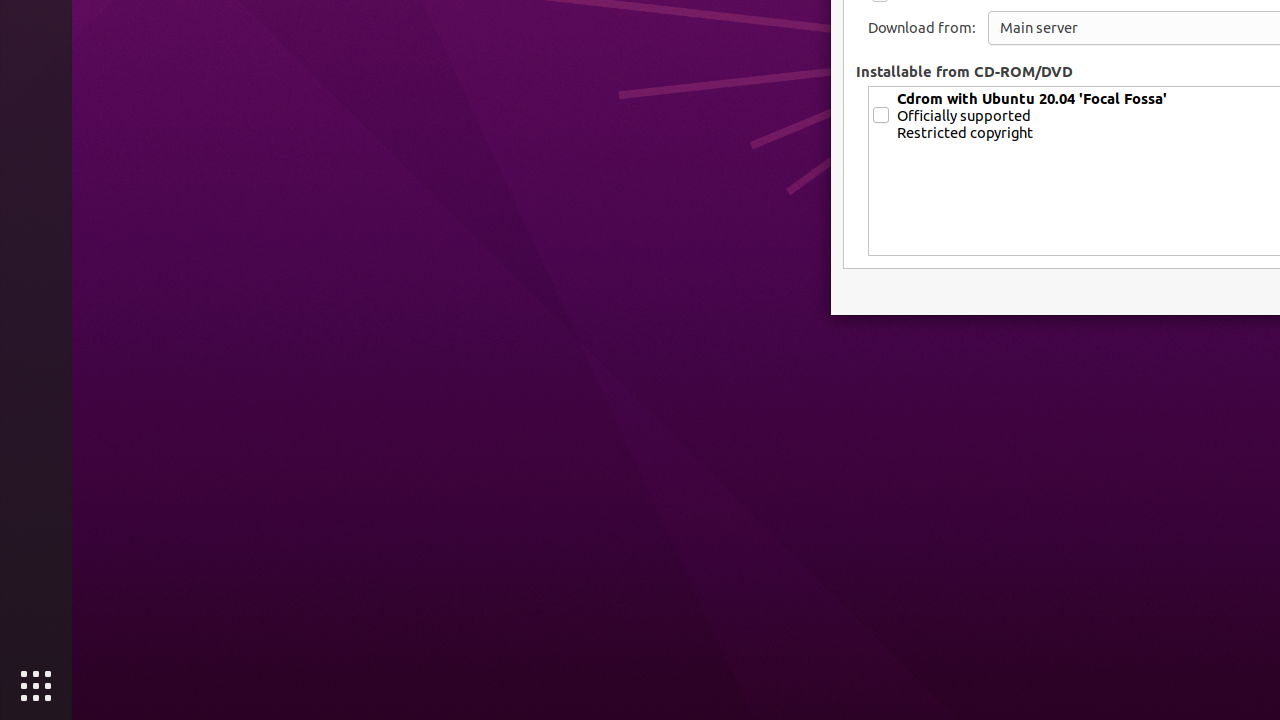 The image size is (1280, 720). Describe the element at coordinates (920, 28) in the screenshot. I see `'Download from:'` at that location.